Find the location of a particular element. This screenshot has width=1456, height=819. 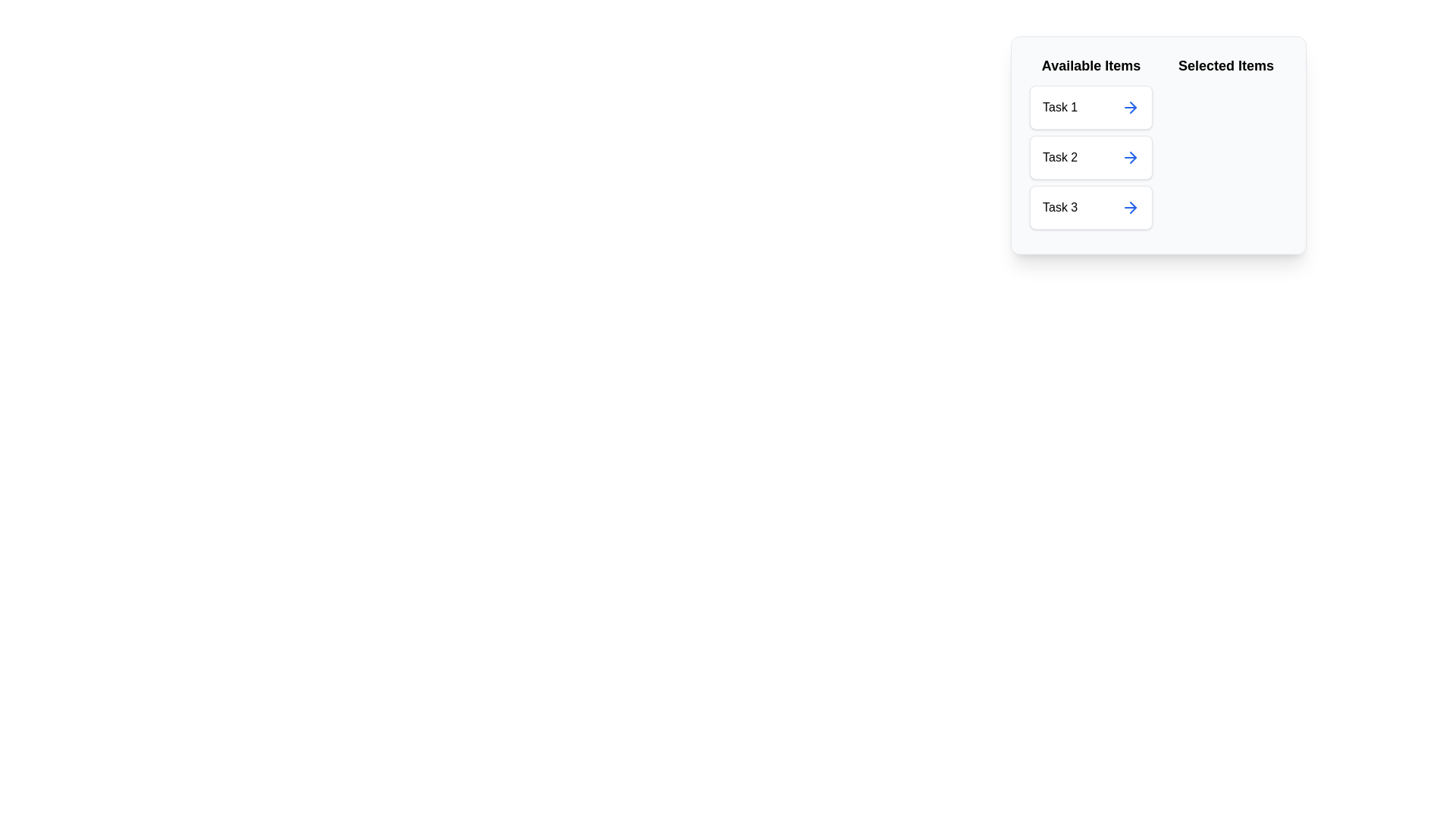

the List item representing 'Task 2' is located at coordinates (1090, 158).